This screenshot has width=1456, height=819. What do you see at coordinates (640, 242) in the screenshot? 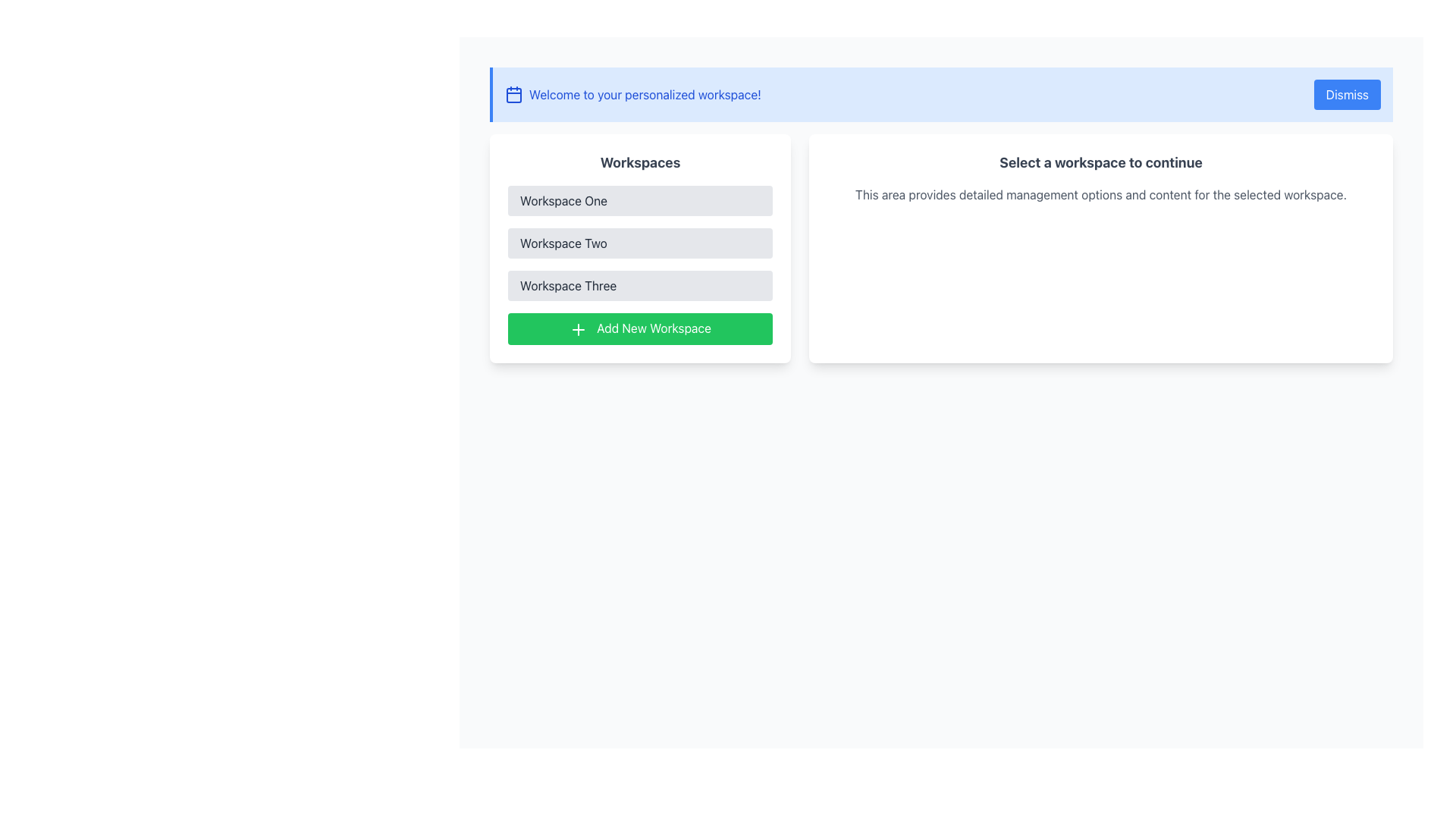
I see `to interact with the second item in the vertical list of workspaces, which is 'Workspace Two', located in the Workspaces panel` at bounding box center [640, 242].